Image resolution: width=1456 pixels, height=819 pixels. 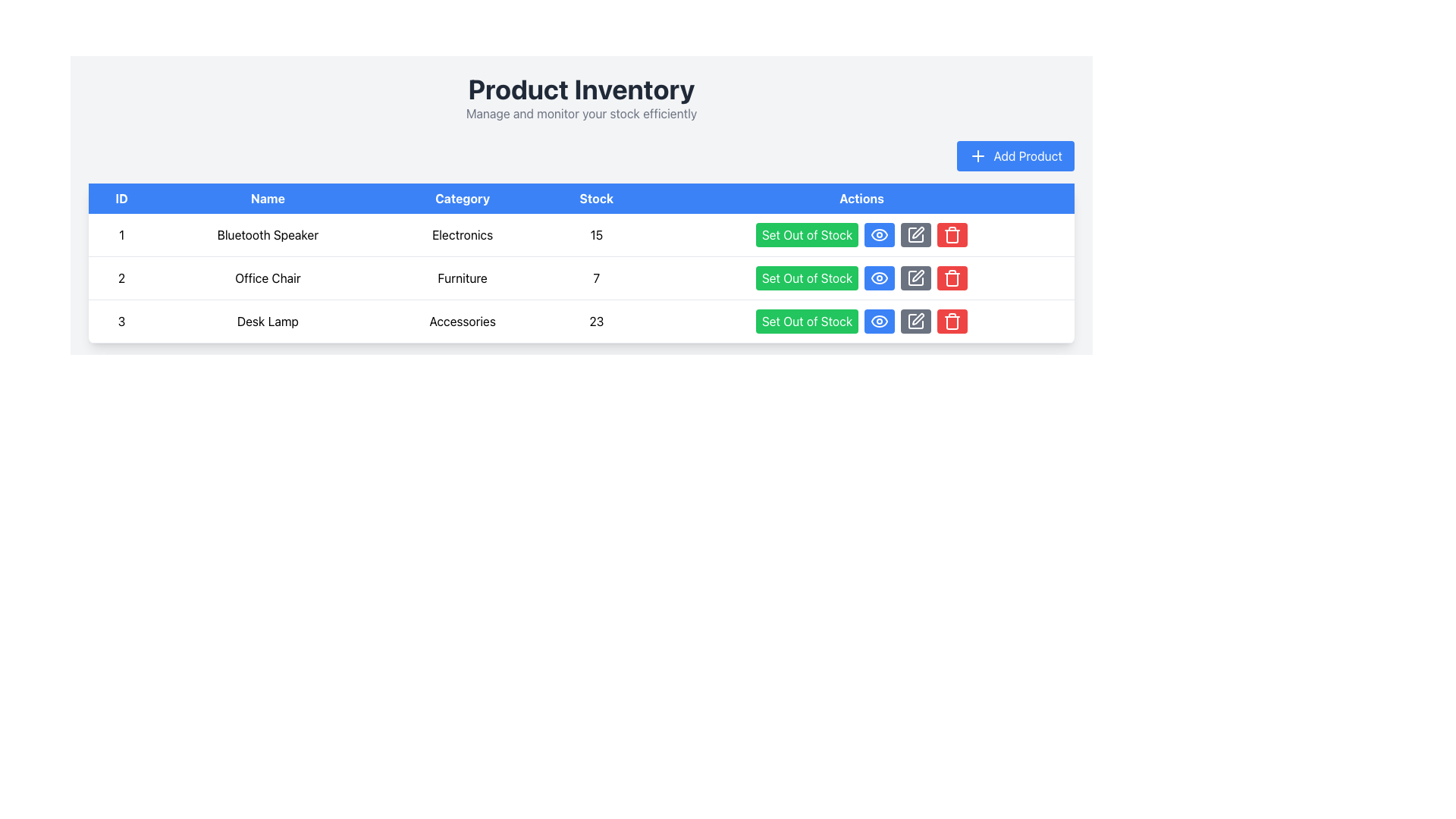 What do you see at coordinates (595, 235) in the screenshot?
I see `the stock quantity display for the Bluetooth Speaker located in the first row of the table under the 'Stock' column` at bounding box center [595, 235].